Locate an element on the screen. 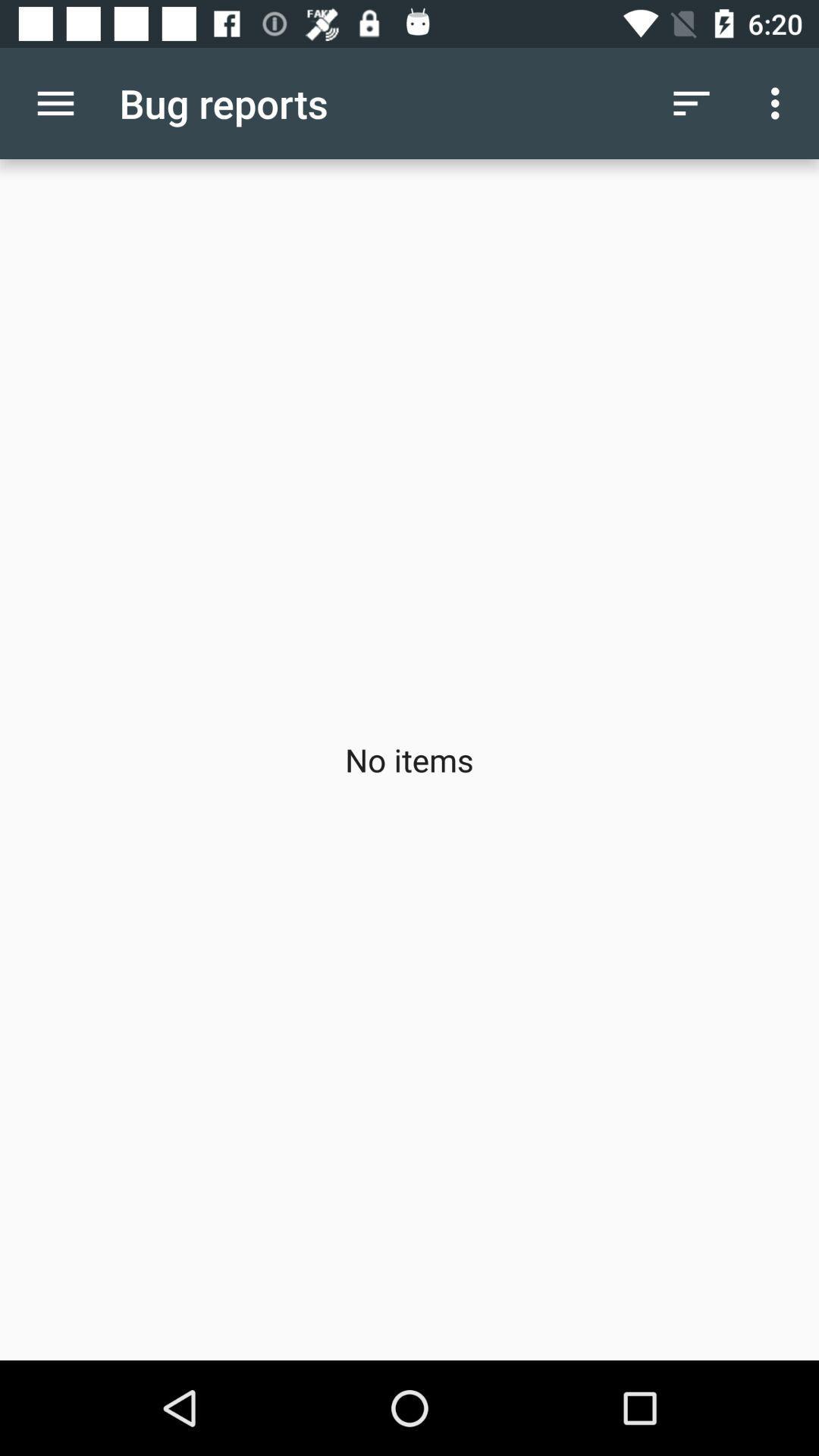 The width and height of the screenshot is (819, 1456). item above no items is located at coordinates (55, 102).